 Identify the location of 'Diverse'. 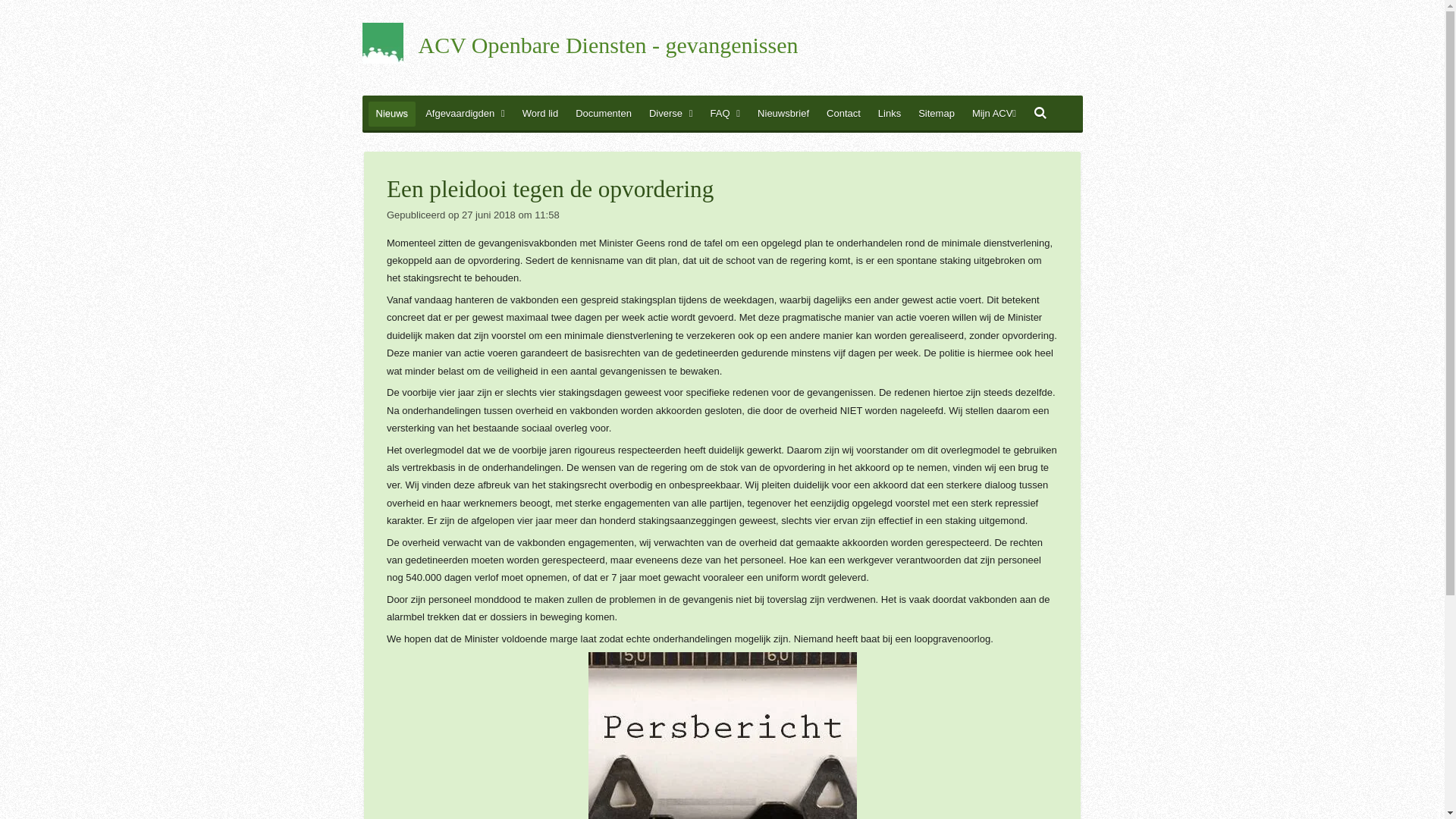
(670, 113).